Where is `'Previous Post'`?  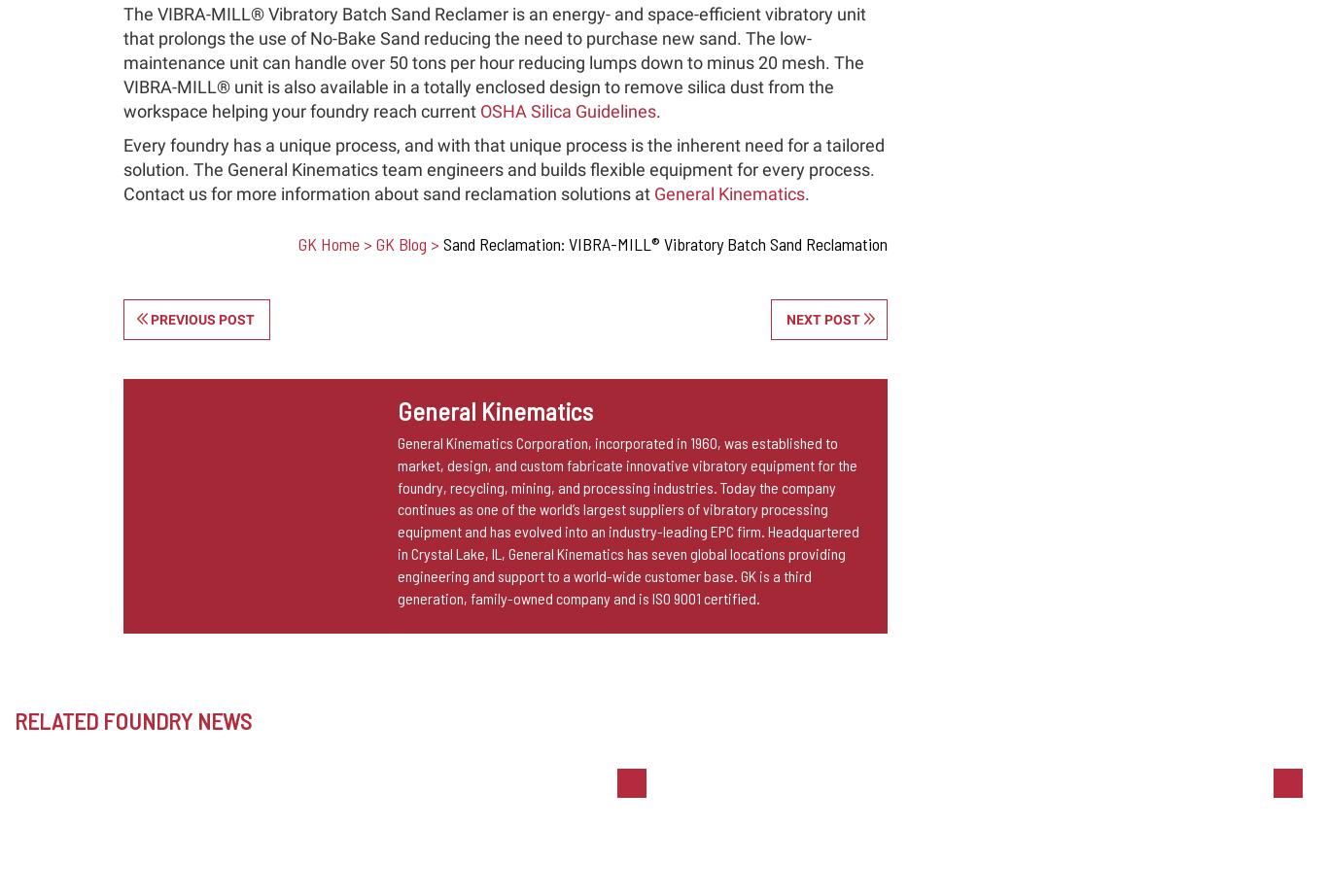 'Previous Post' is located at coordinates (200, 317).